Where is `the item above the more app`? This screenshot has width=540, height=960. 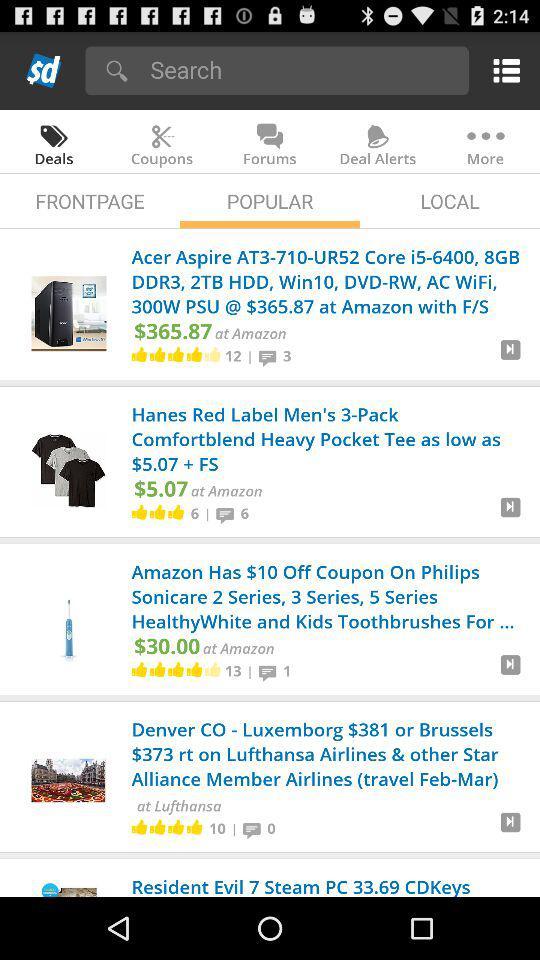 the item above the more app is located at coordinates (502, 70).